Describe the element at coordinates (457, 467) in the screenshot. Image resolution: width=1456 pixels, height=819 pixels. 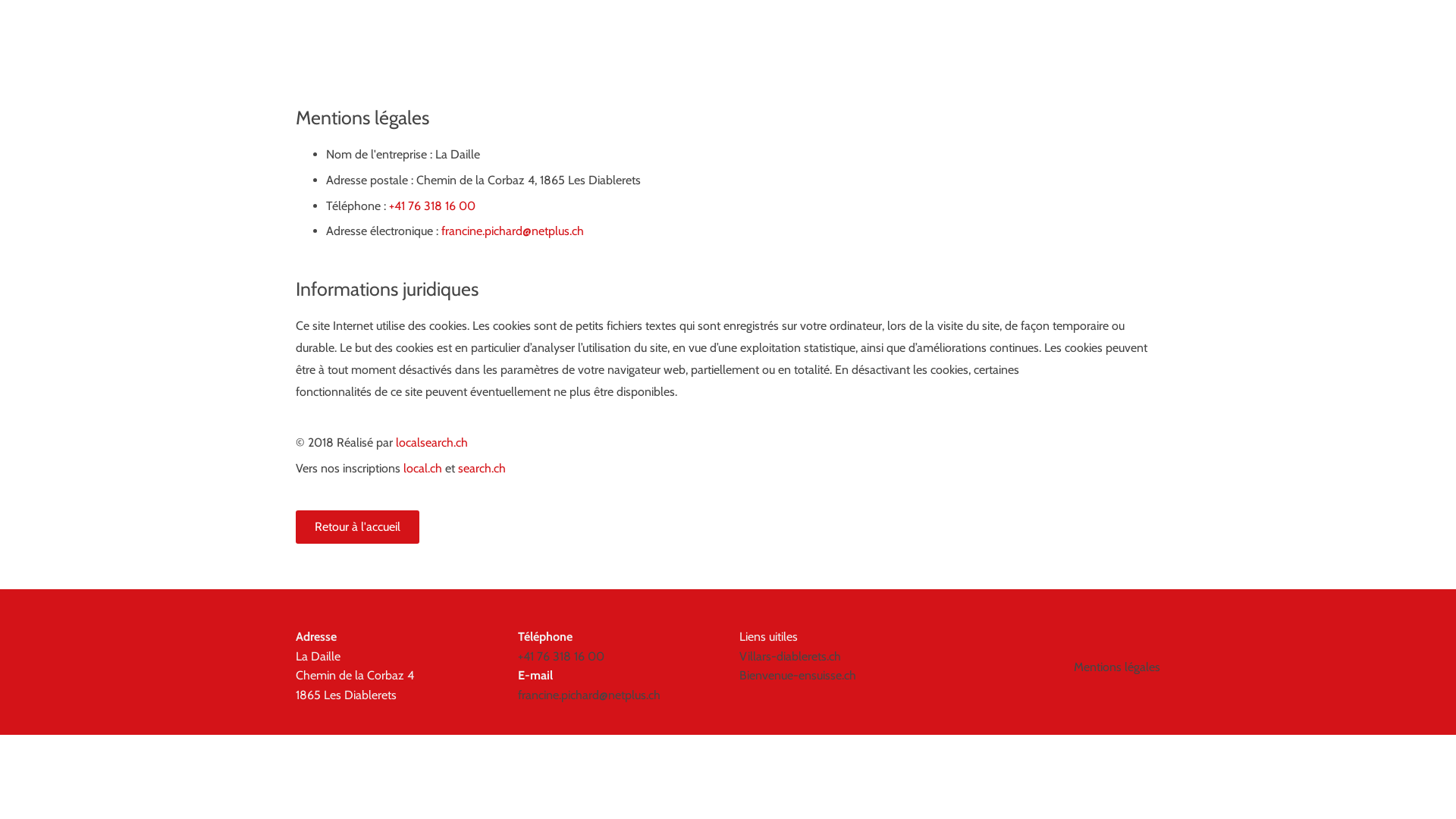
I see `'search.ch'` at that location.